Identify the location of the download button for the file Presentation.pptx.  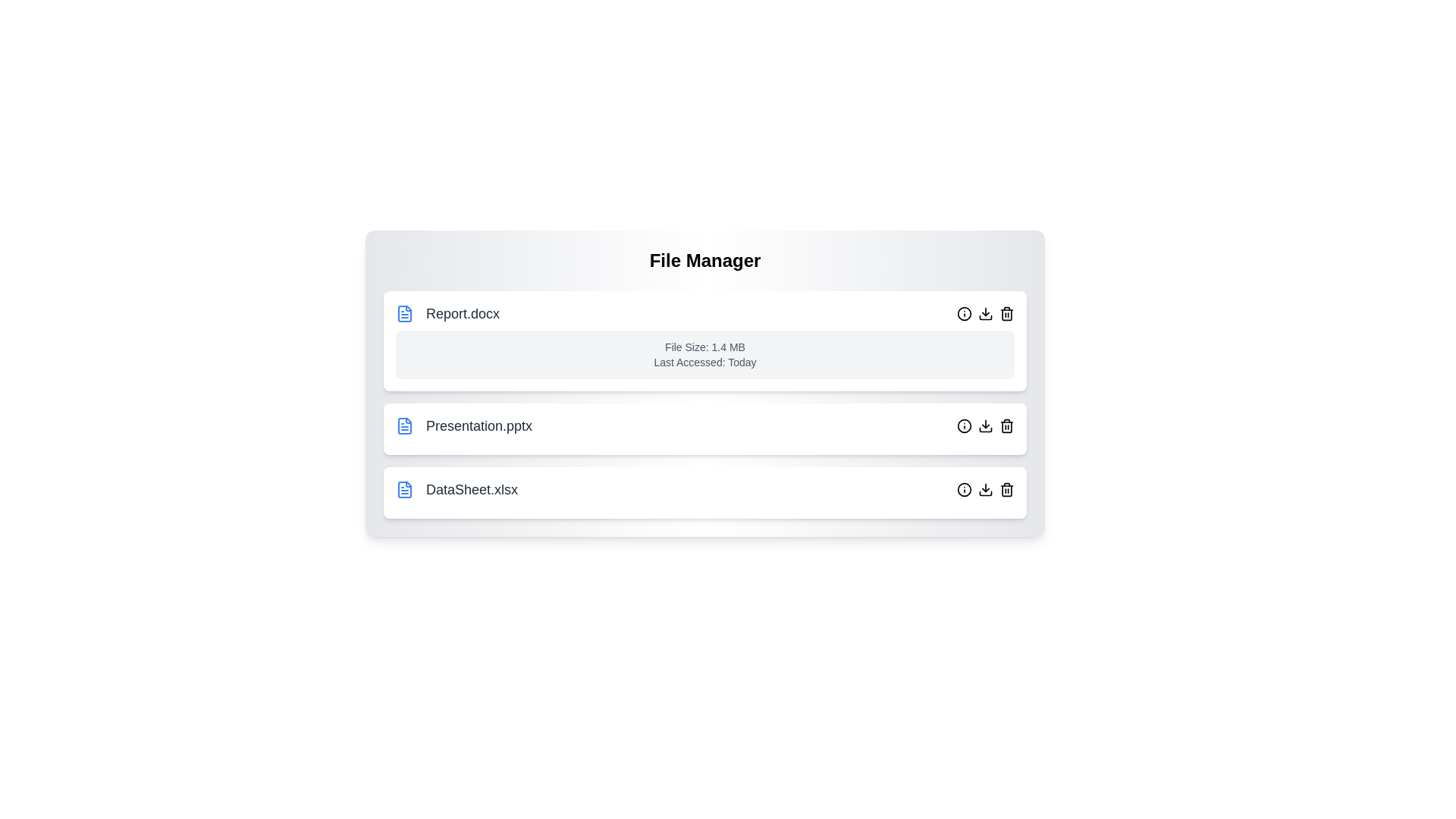
(986, 426).